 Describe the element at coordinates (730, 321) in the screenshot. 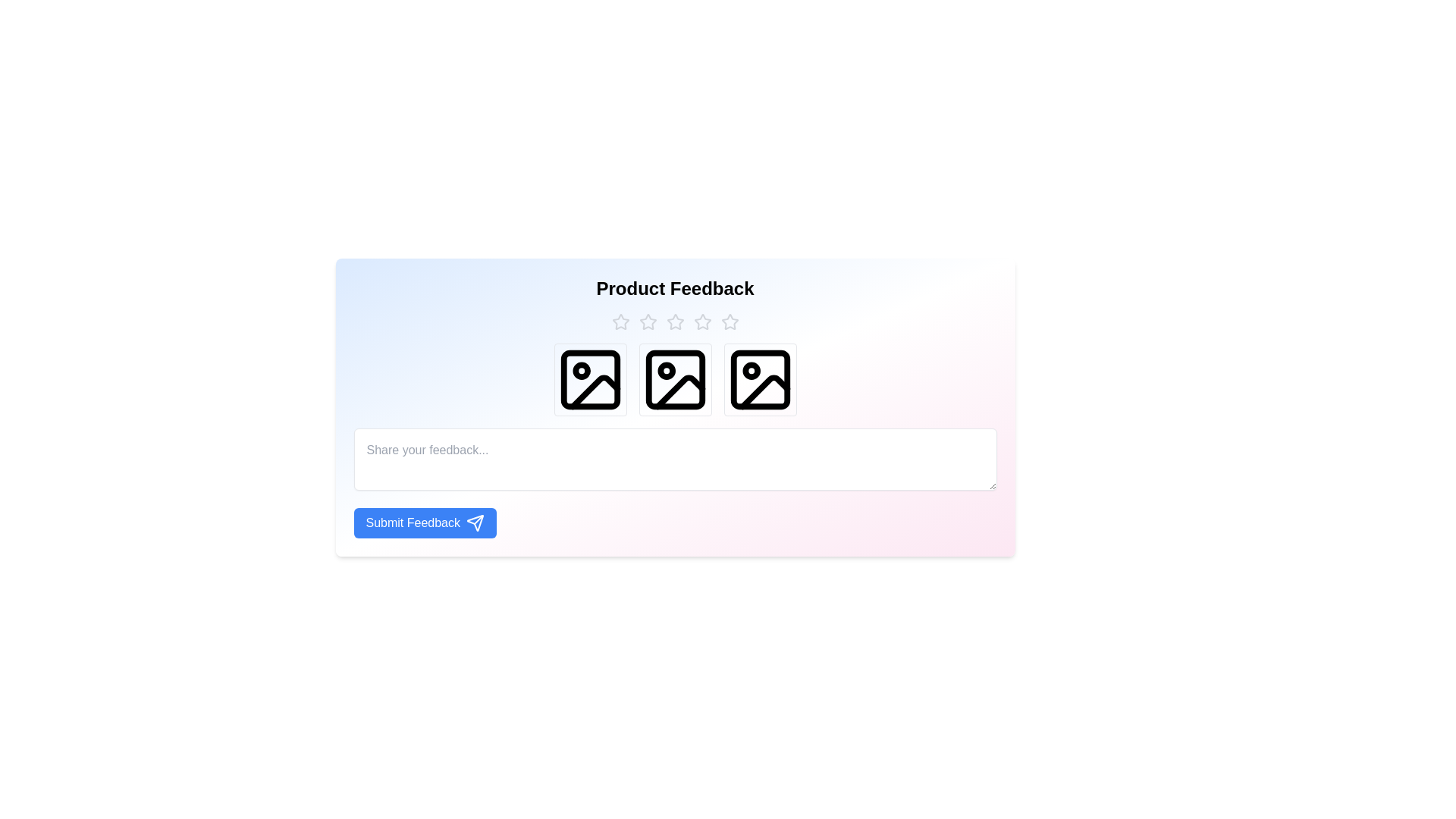

I see `the star rating to 5 stars by clicking on the corresponding star` at that location.